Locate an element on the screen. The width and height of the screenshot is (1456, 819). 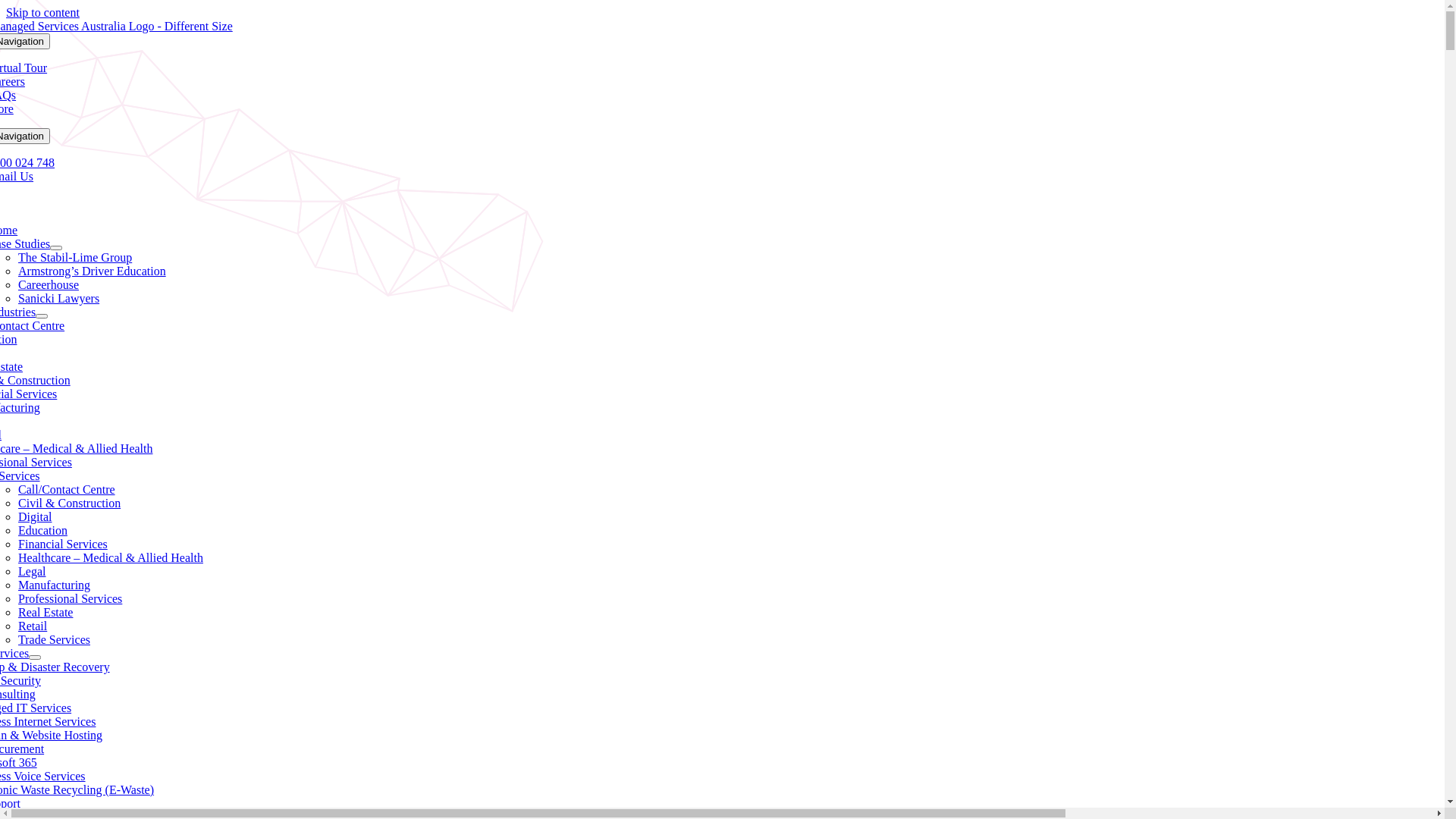
'Professional Services' is located at coordinates (69, 598).